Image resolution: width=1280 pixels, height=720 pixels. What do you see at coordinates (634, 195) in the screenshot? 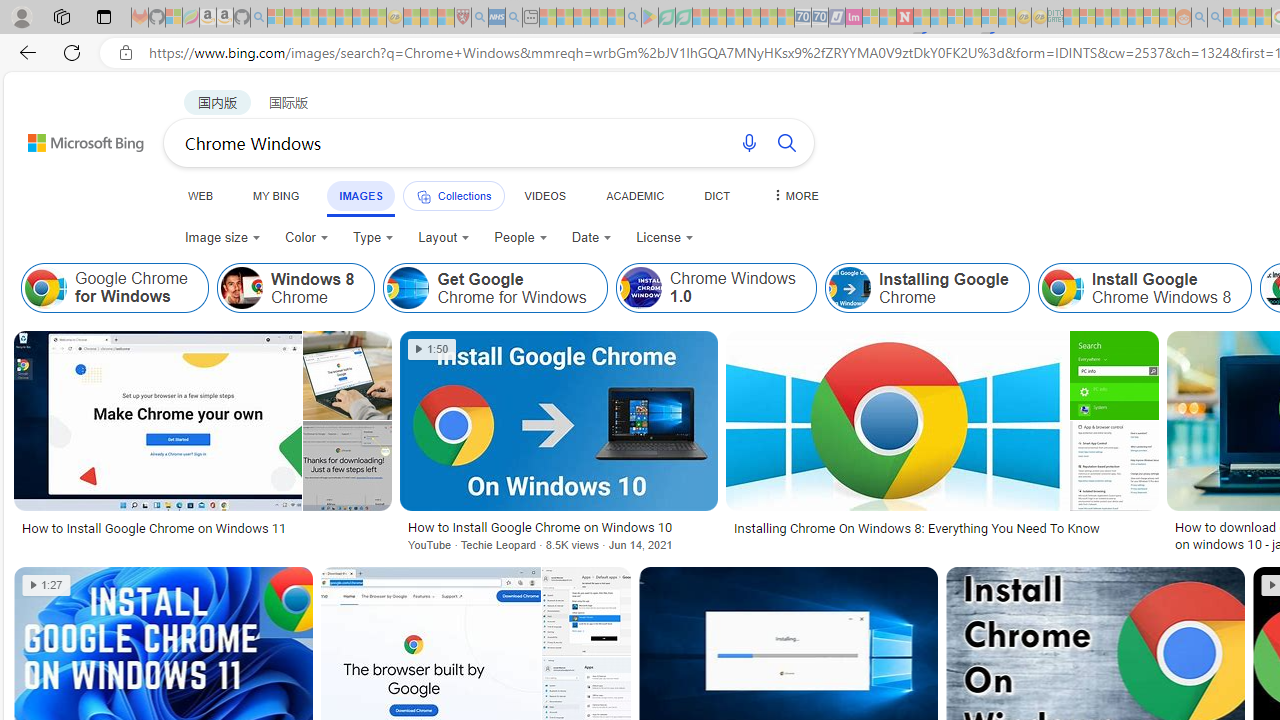
I see `'ACADEMIC'` at bounding box center [634, 195].